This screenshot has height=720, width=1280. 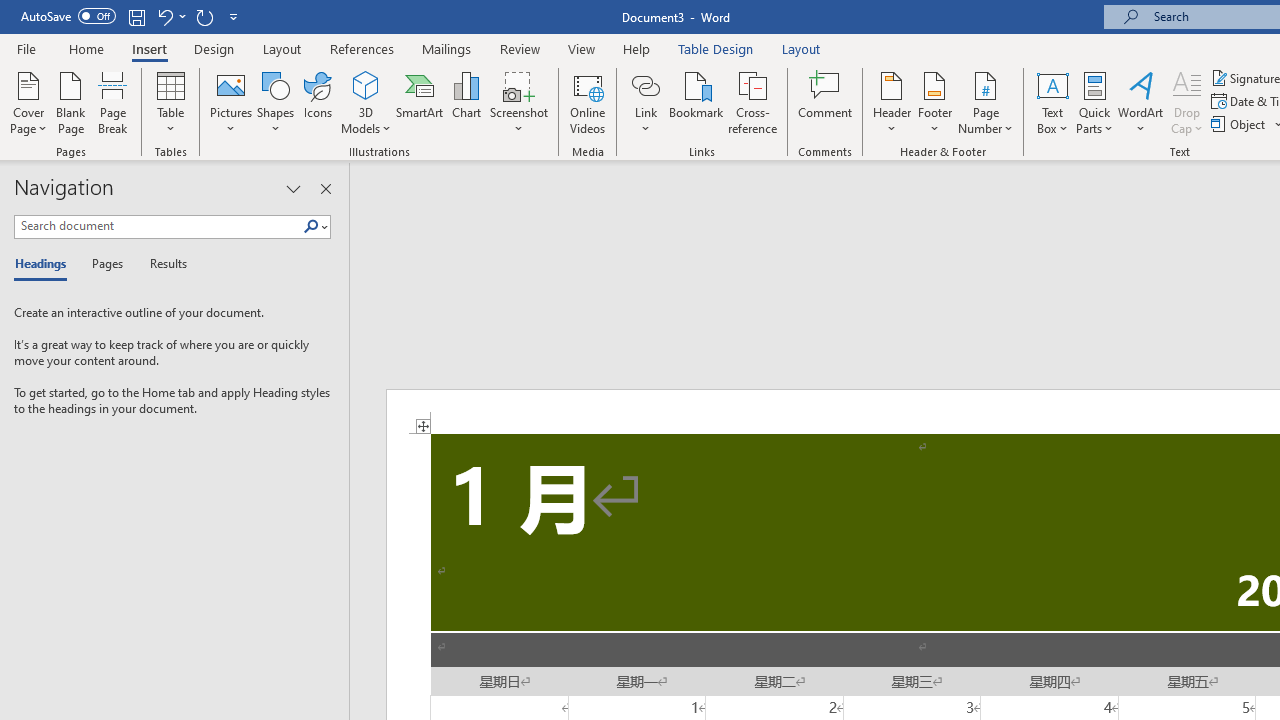 I want to click on 'Shapes', so click(x=274, y=103).